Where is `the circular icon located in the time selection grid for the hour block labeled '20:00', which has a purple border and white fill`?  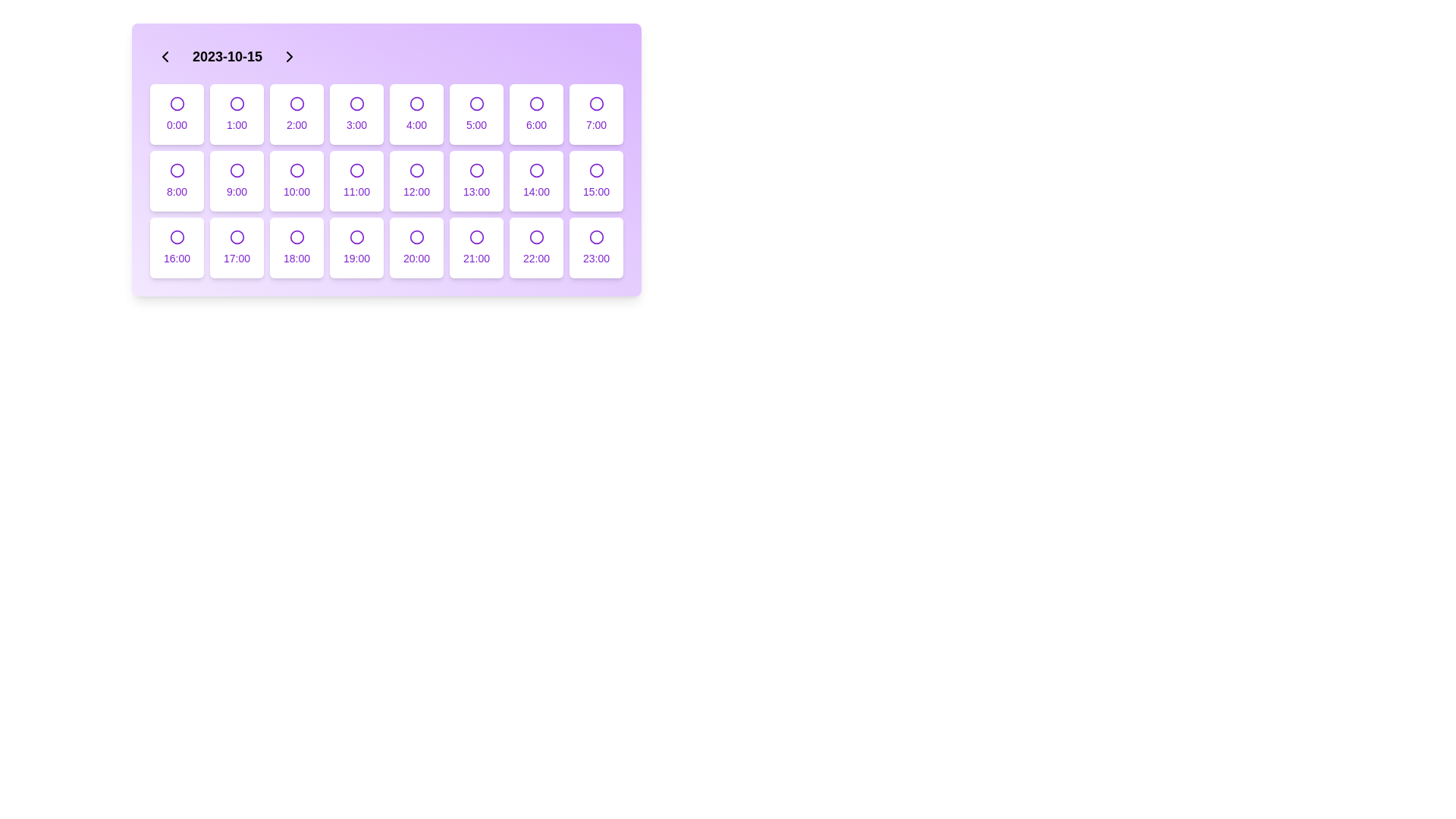 the circular icon located in the time selection grid for the hour block labeled '20:00', which has a purple border and white fill is located at coordinates (416, 237).